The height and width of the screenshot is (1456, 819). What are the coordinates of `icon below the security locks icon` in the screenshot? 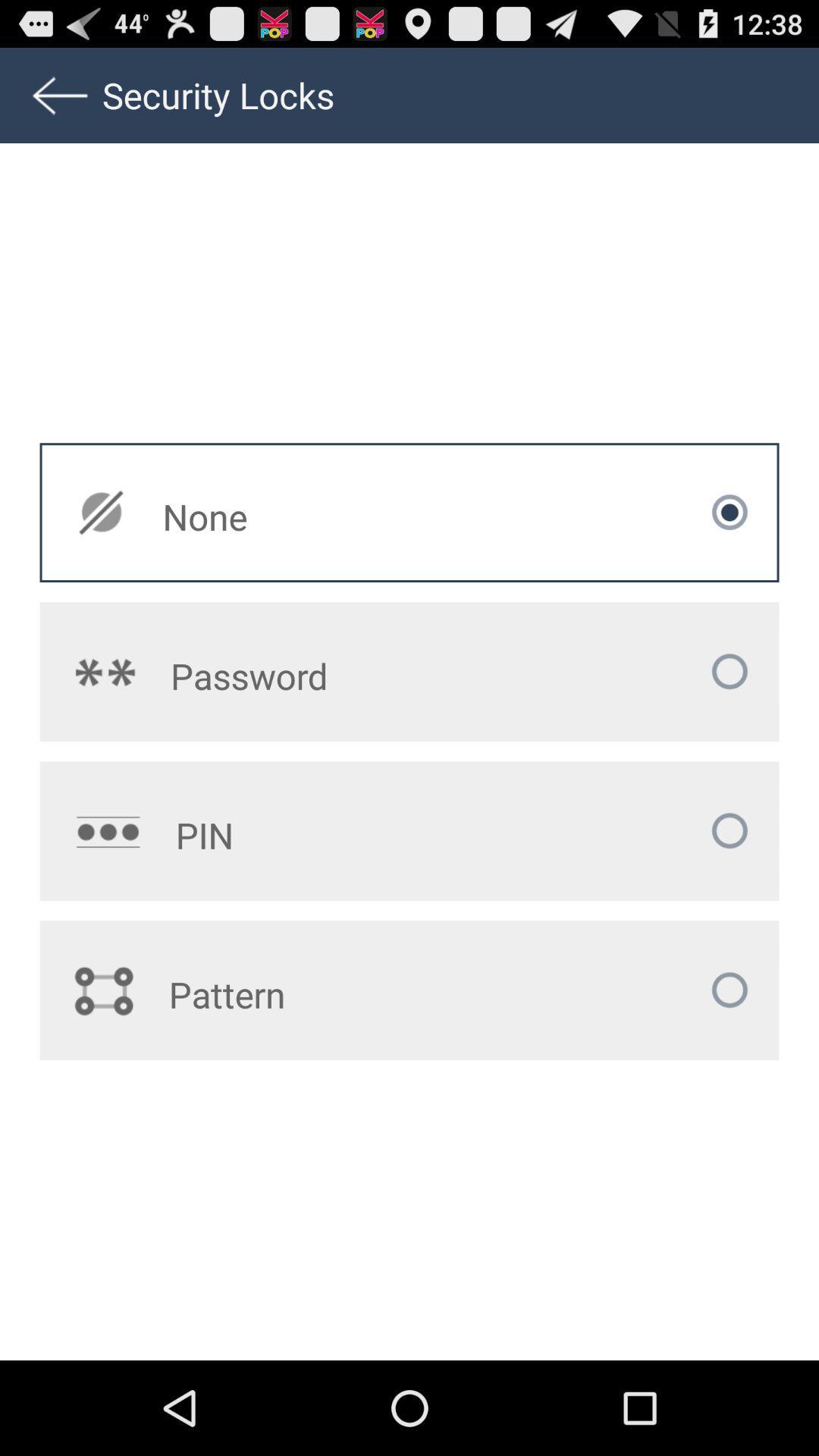 It's located at (311, 516).